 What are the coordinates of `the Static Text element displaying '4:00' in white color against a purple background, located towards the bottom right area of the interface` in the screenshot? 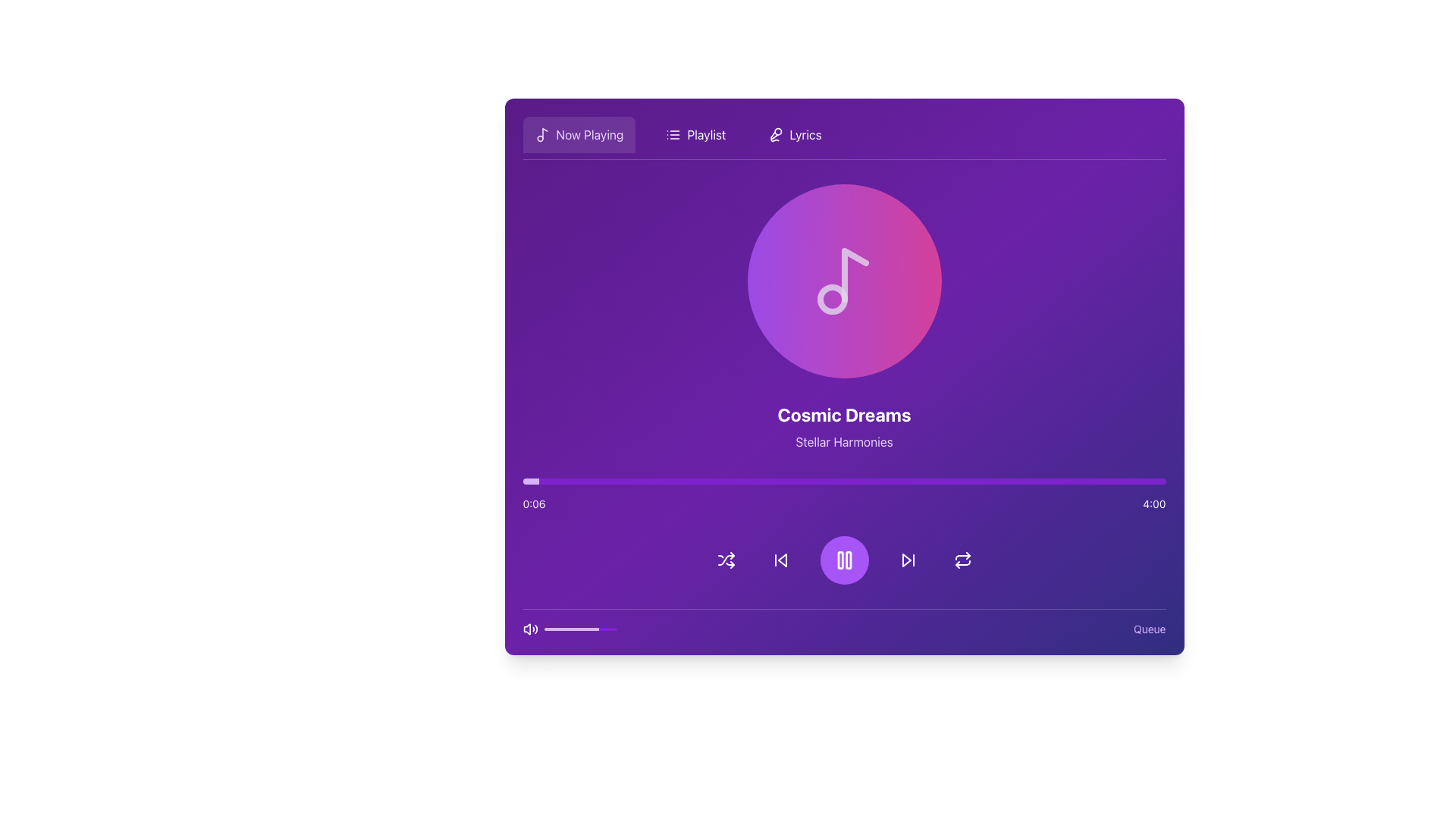 It's located at (1153, 504).